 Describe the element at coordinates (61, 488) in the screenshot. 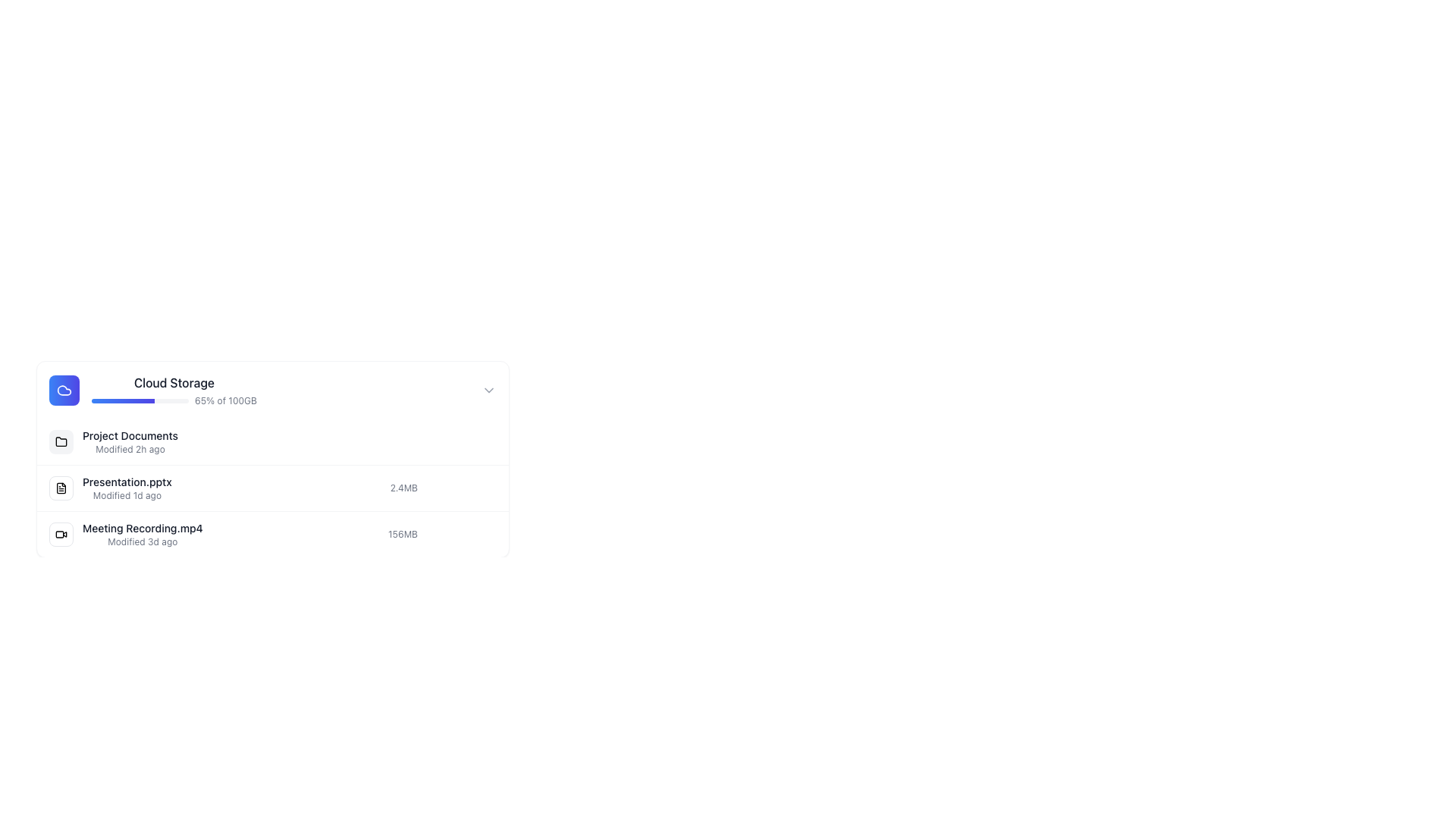

I see `the document file icon, which is a white square with rounded edges and a folded corner, positioned to the left of the text 'Presentation.pptx'` at that location.